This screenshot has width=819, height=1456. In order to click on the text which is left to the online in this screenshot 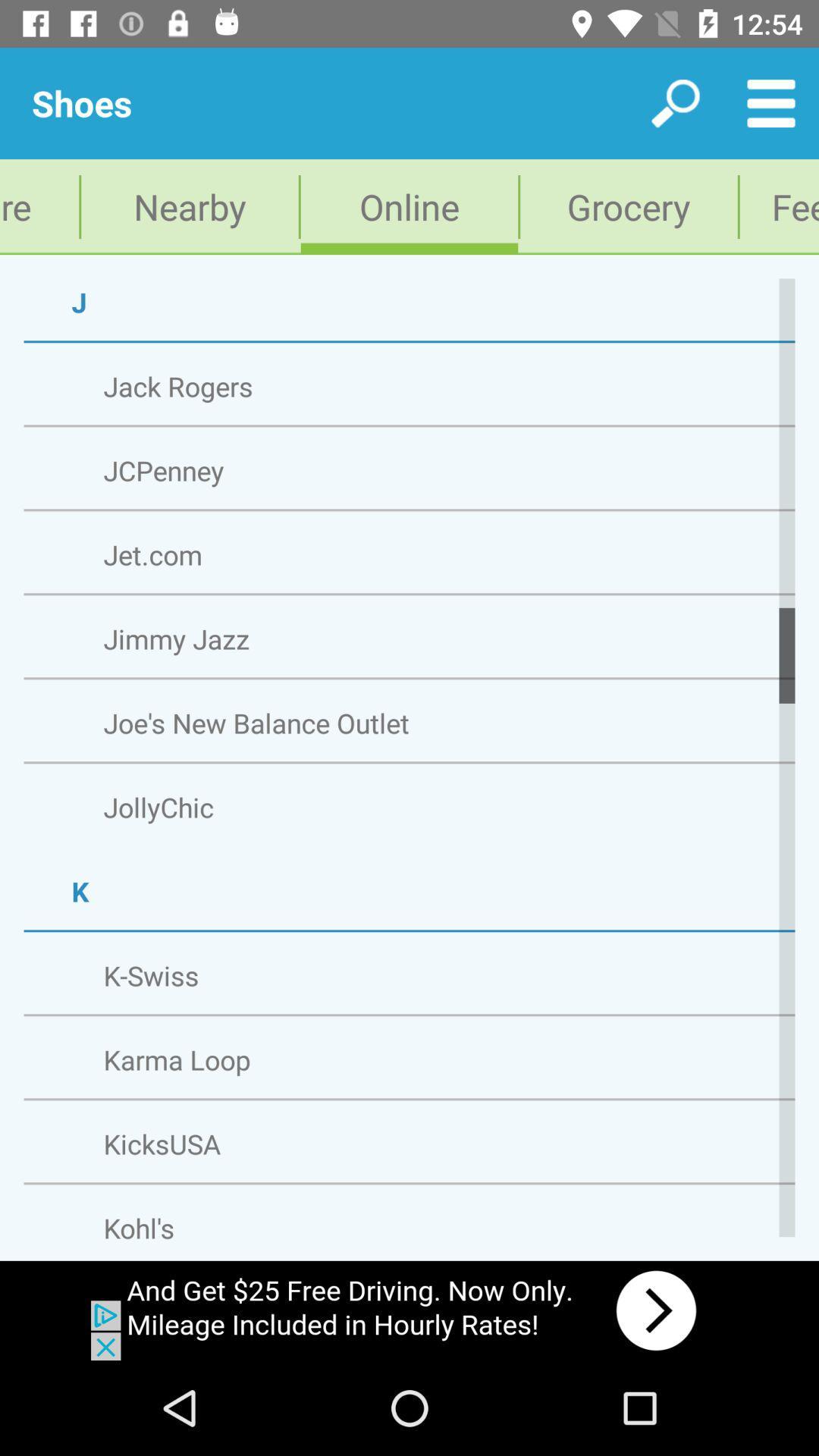, I will do `click(189, 206)`.